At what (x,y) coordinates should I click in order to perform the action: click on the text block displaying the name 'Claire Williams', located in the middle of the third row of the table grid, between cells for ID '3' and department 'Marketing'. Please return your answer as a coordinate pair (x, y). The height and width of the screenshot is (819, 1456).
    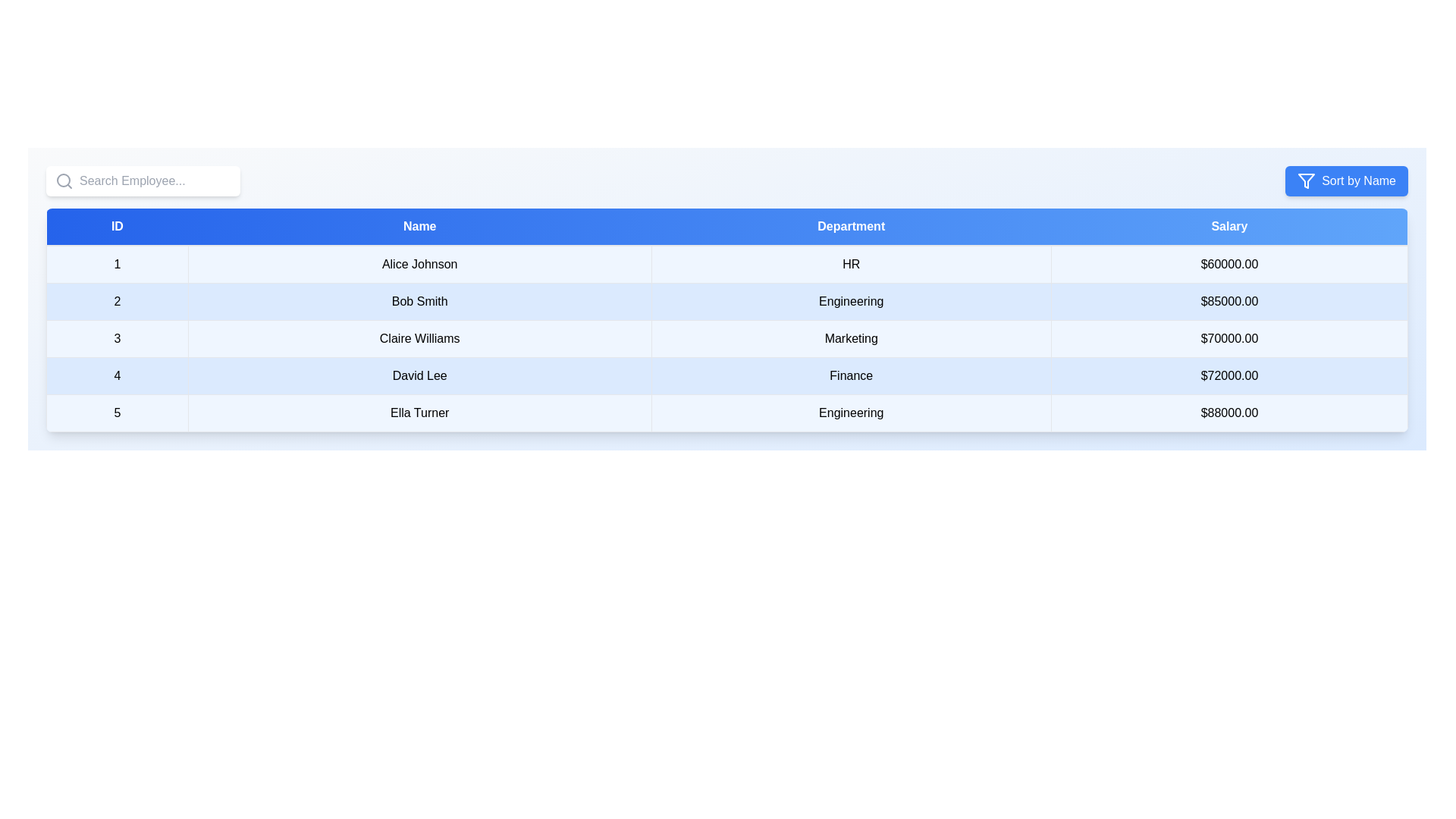
    Looking at the image, I should click on (419, 338).